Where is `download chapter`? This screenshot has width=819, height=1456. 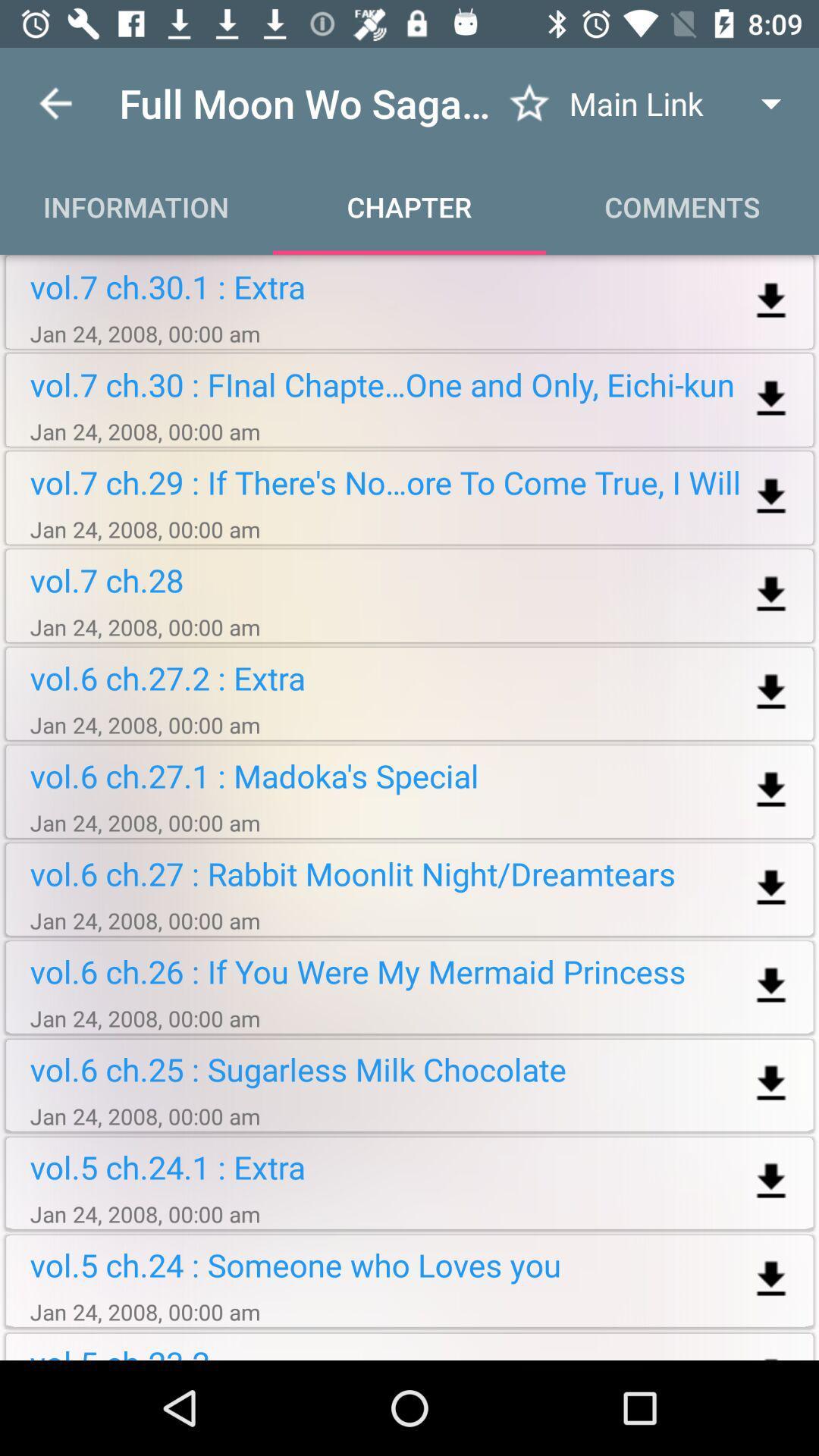 download chapter is located at coordinates (771, 301).